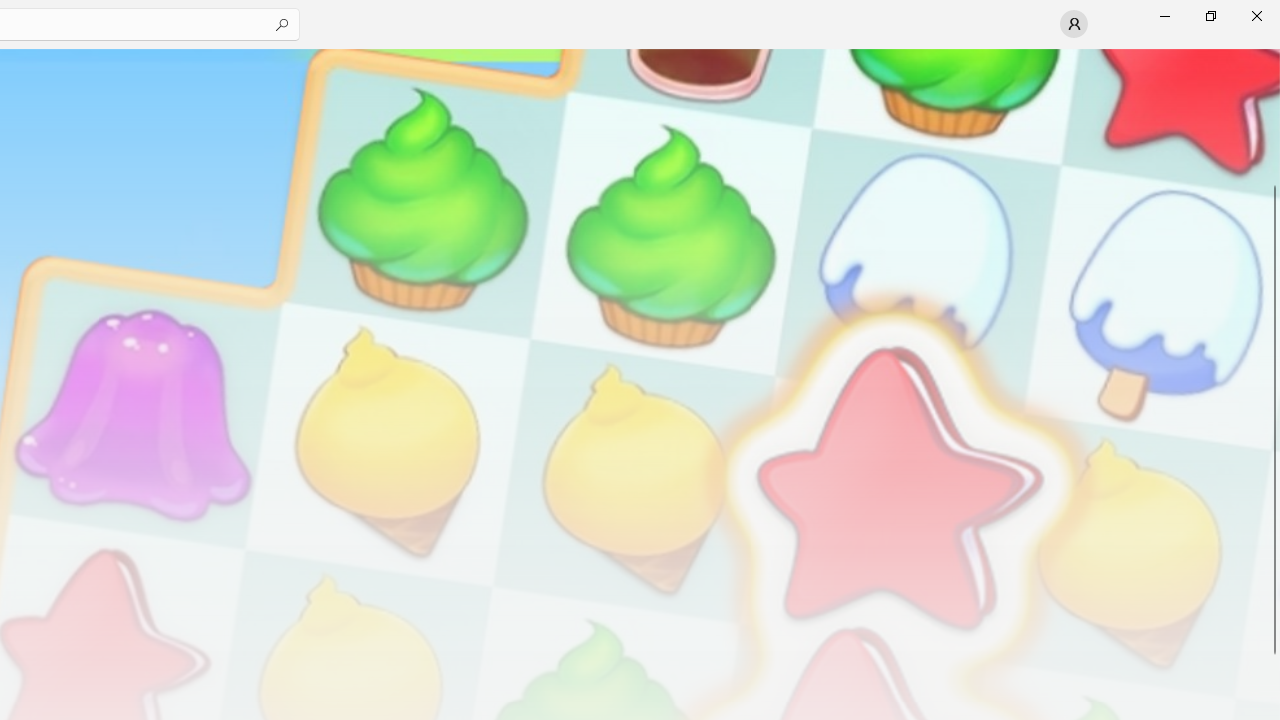 Image resolution: width=1280 pixels, height=720 pixels. I want to click on 'User profile', so click(1072, 24).